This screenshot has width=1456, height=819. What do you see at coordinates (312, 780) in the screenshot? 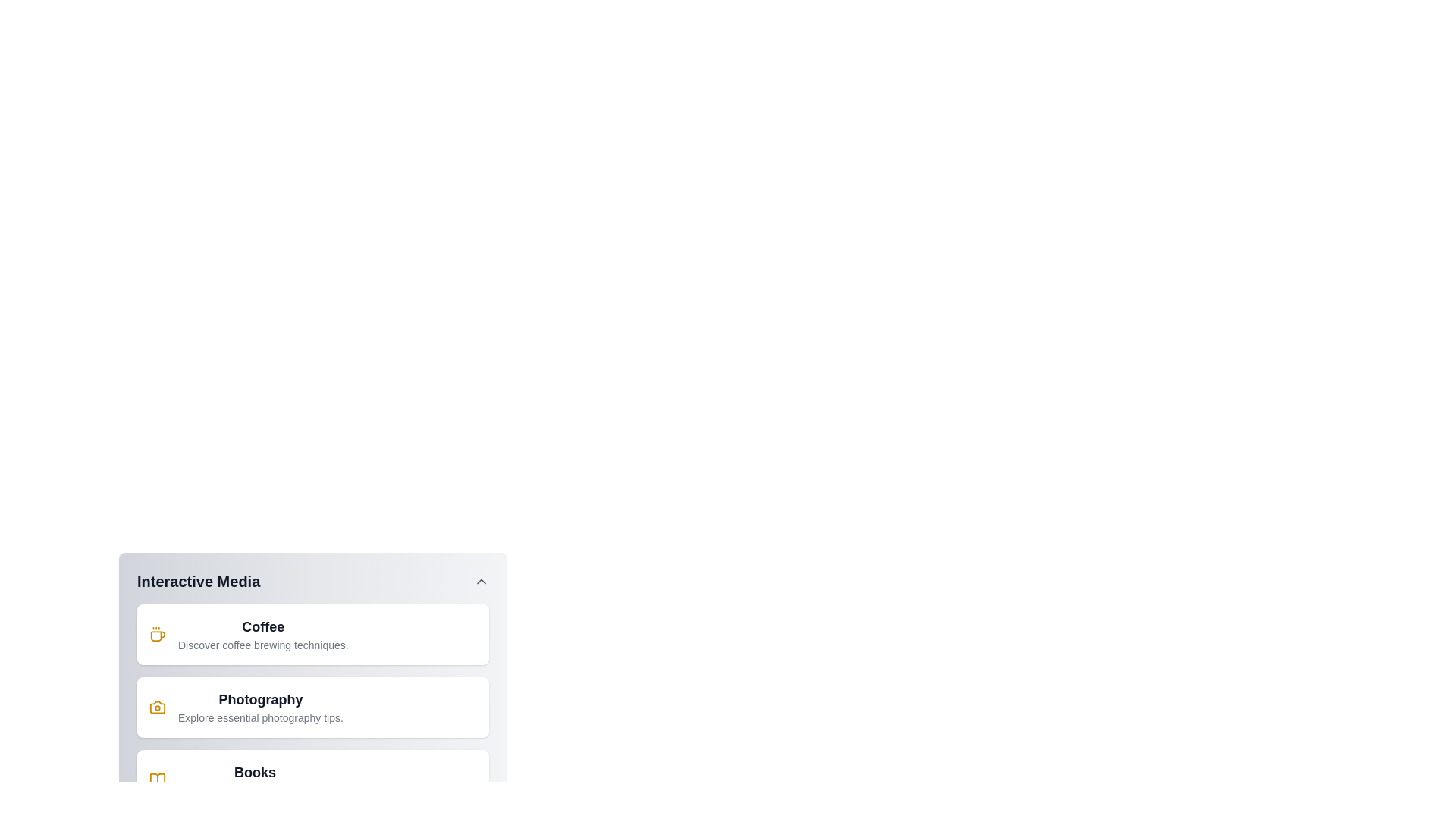
I see `the menu item Books from the InteractiveMediaMenu` at bounding box center [312, 780].